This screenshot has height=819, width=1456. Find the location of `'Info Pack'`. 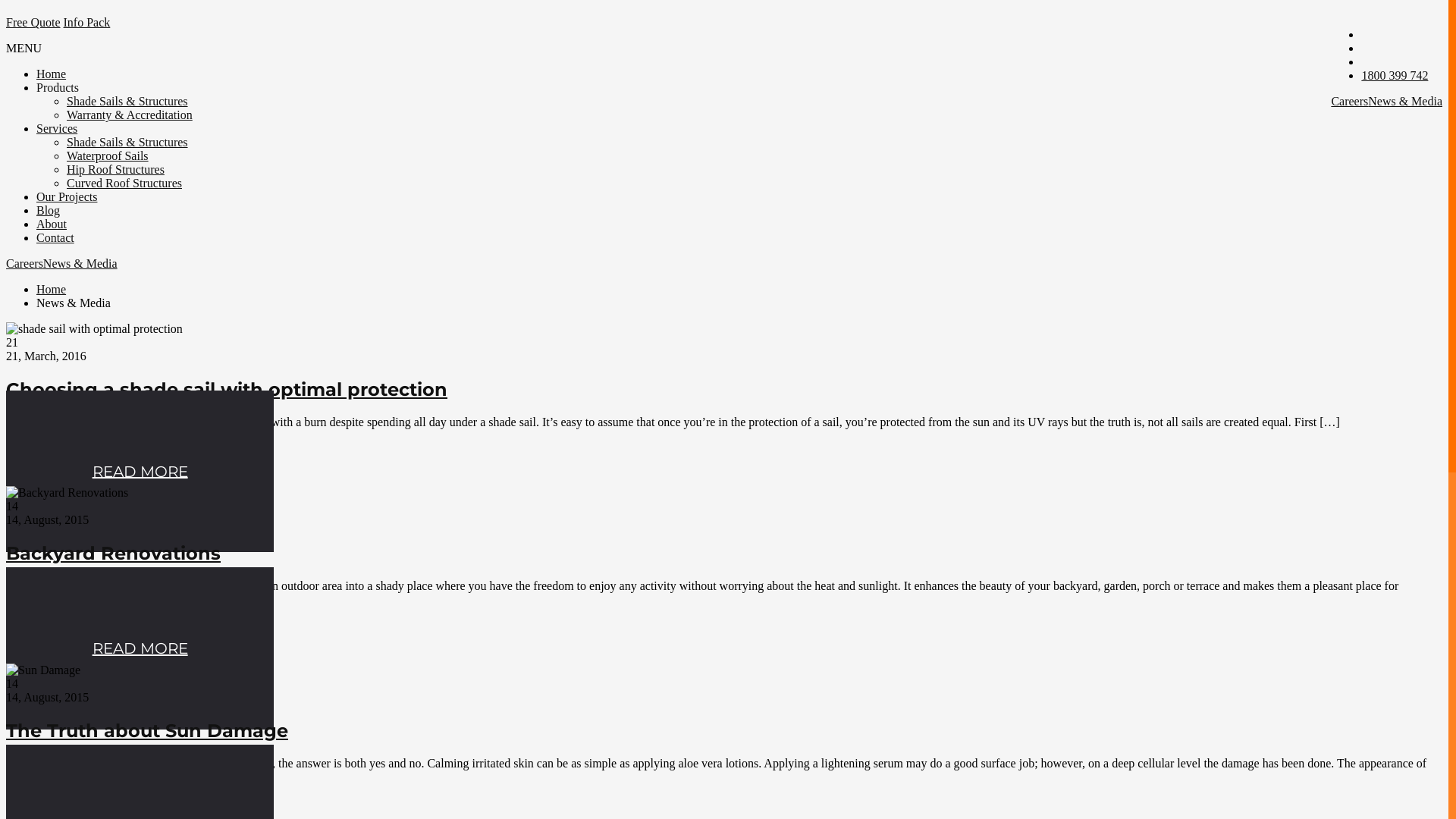

'Info Pack' is located at coordinates (86, 22).